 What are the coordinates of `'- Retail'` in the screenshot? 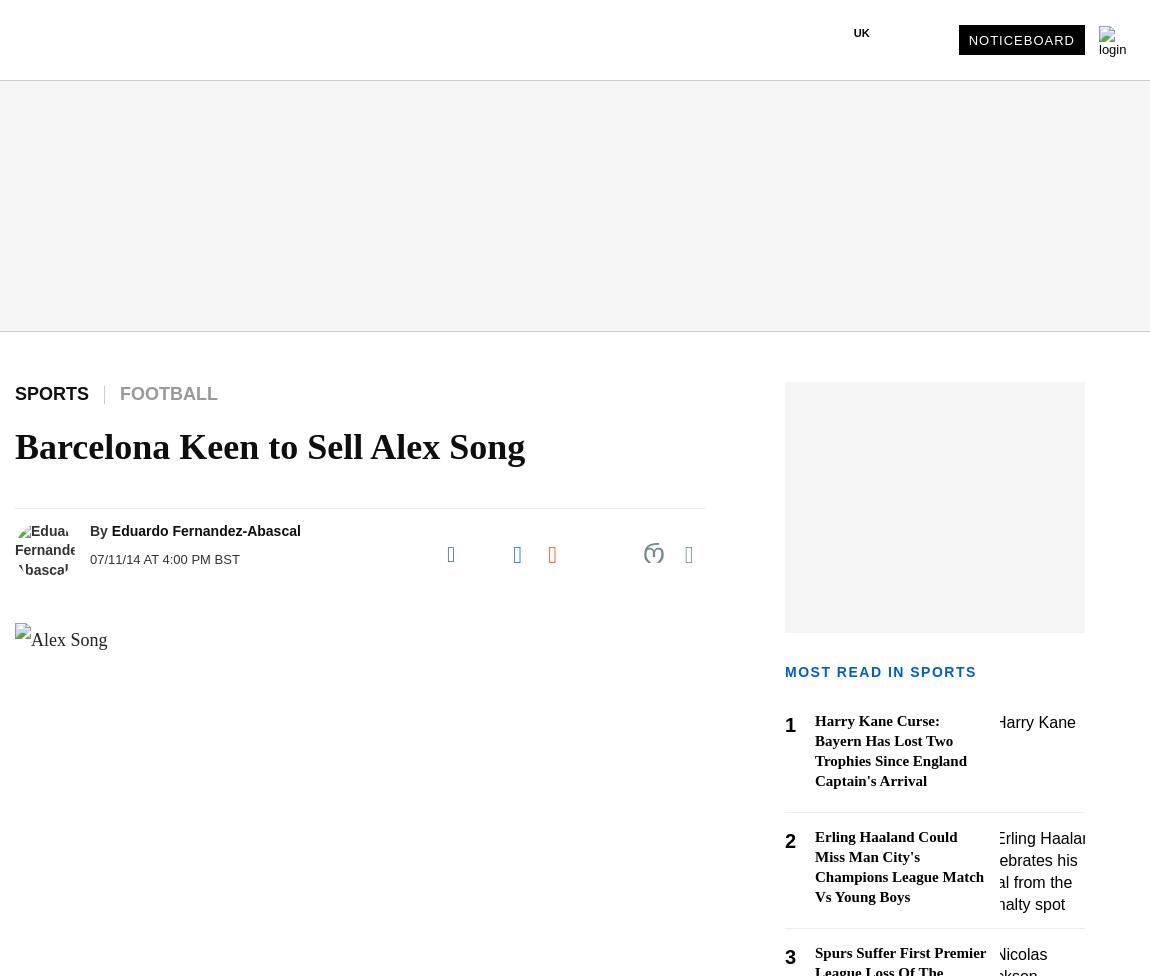 It's located at (46, 309).